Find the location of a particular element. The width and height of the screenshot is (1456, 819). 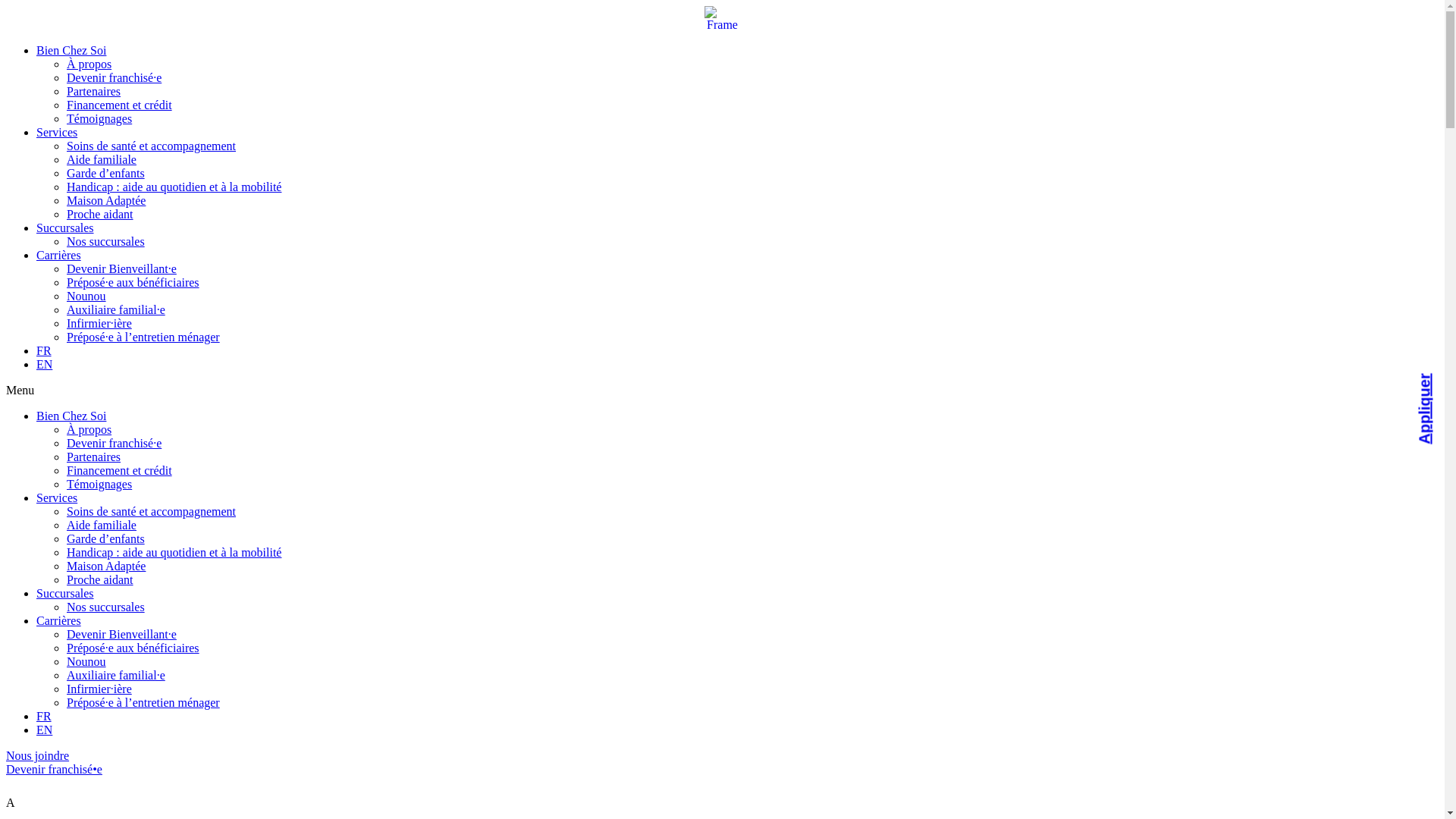

'Frame' is located at coordinates (720, 18).